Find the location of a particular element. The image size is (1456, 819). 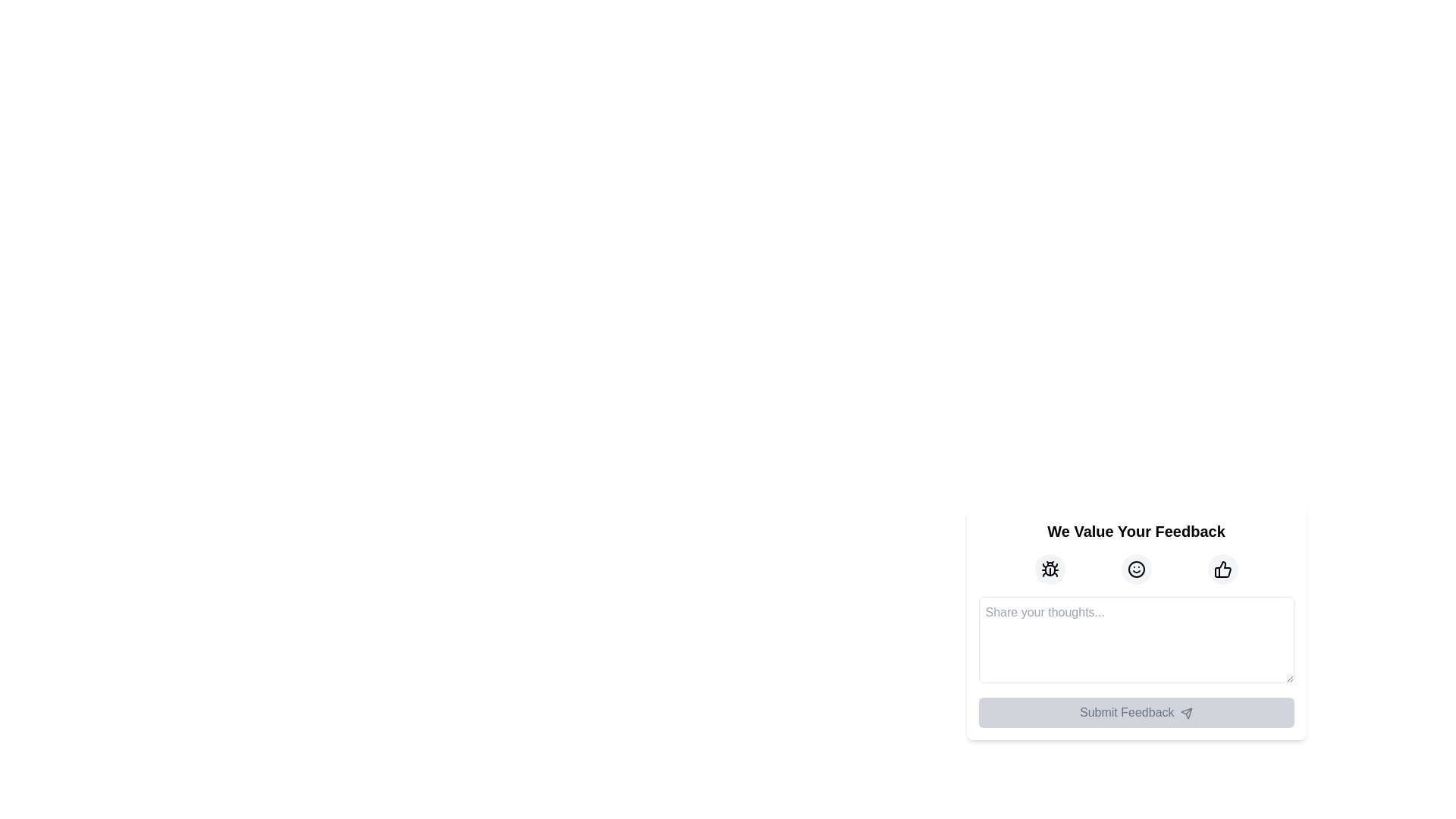

the circular button with a white background and a black 'thumbs up' icon to provide positive feedback is located at coordinates (1222, 570).